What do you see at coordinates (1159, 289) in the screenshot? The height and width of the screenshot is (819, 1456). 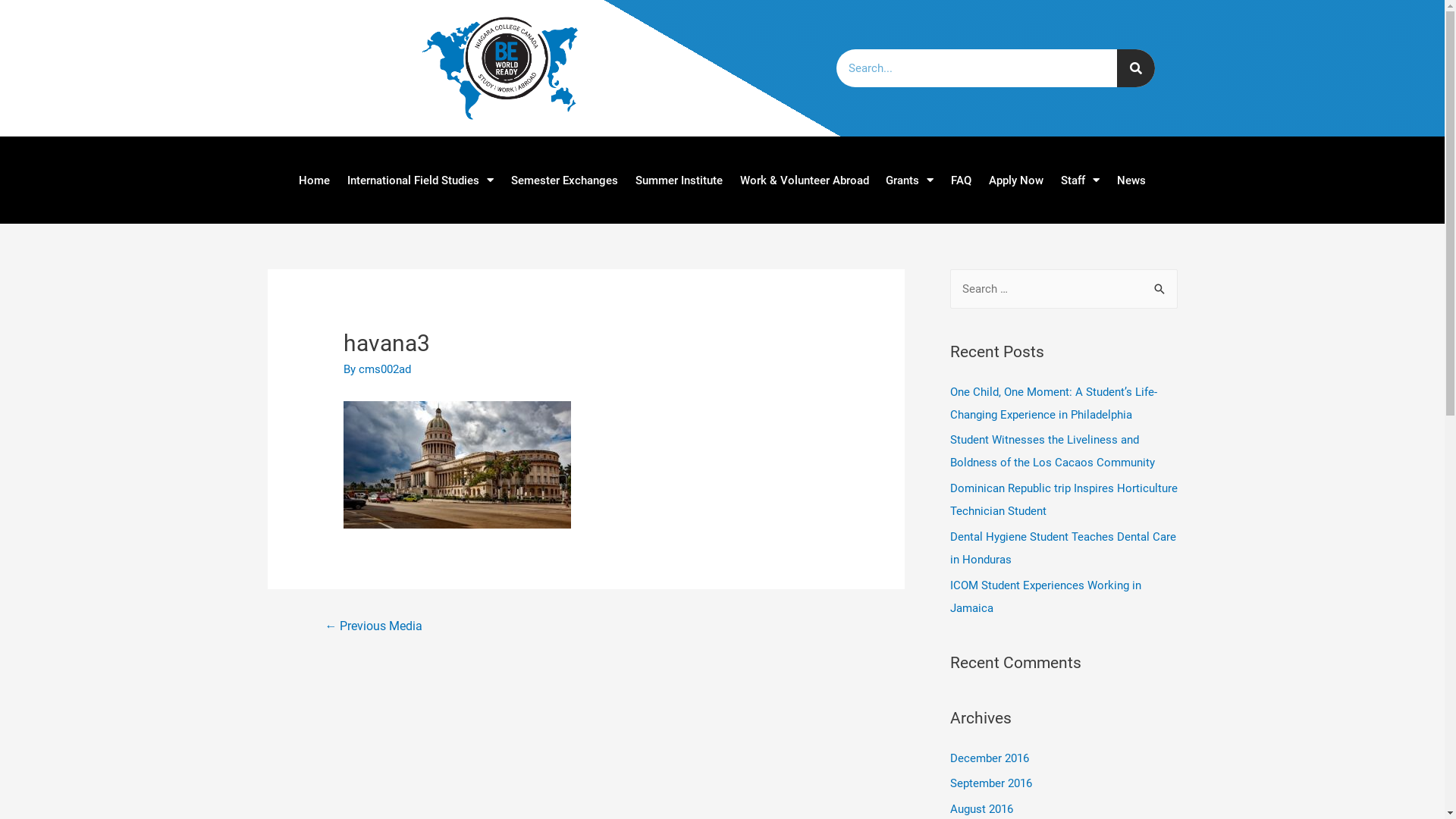 I see `'Search'` at bounding box center [1159, 289].